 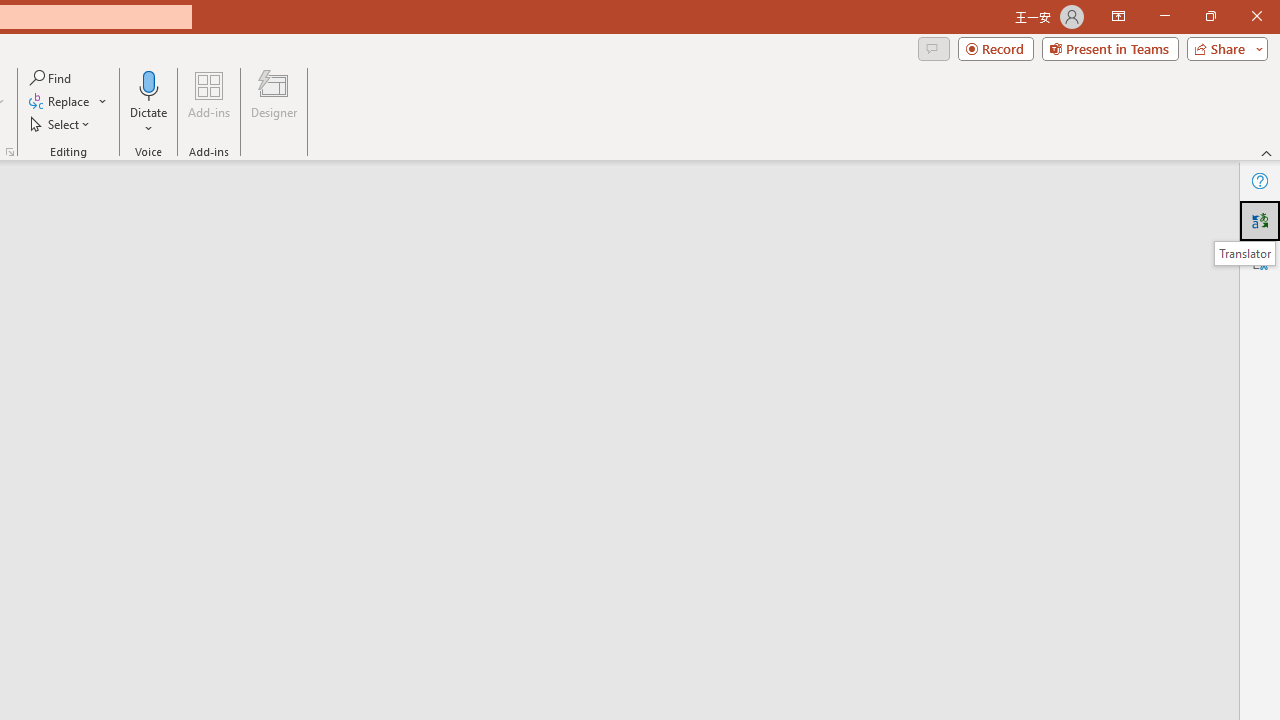 What do you see at coordinates (69, 101) in the screenshot?
I see `'Replace...'` at bounding box center [69, 101].